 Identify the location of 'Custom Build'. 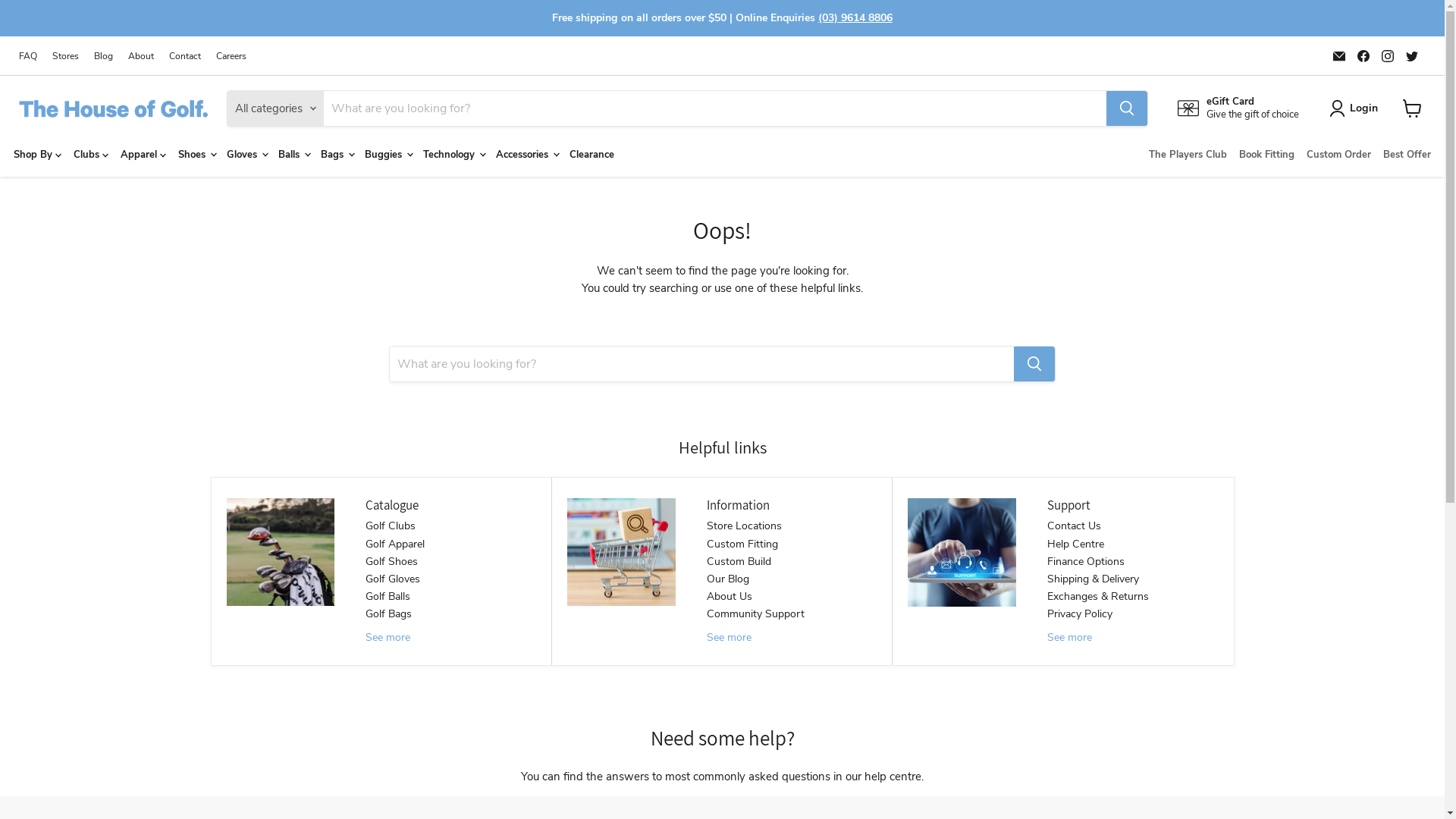
(705, 561).